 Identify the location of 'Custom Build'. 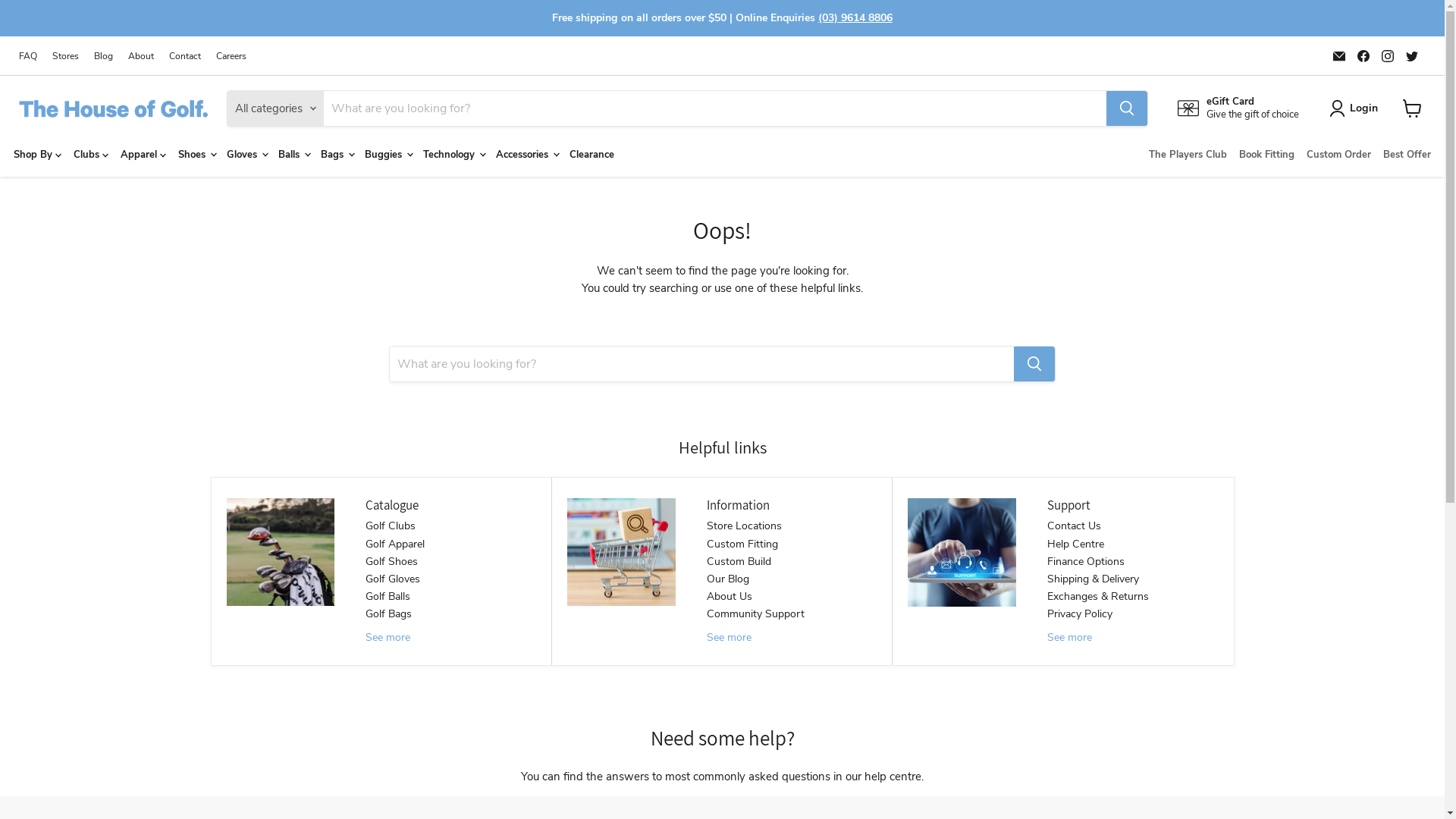
(705, 561).